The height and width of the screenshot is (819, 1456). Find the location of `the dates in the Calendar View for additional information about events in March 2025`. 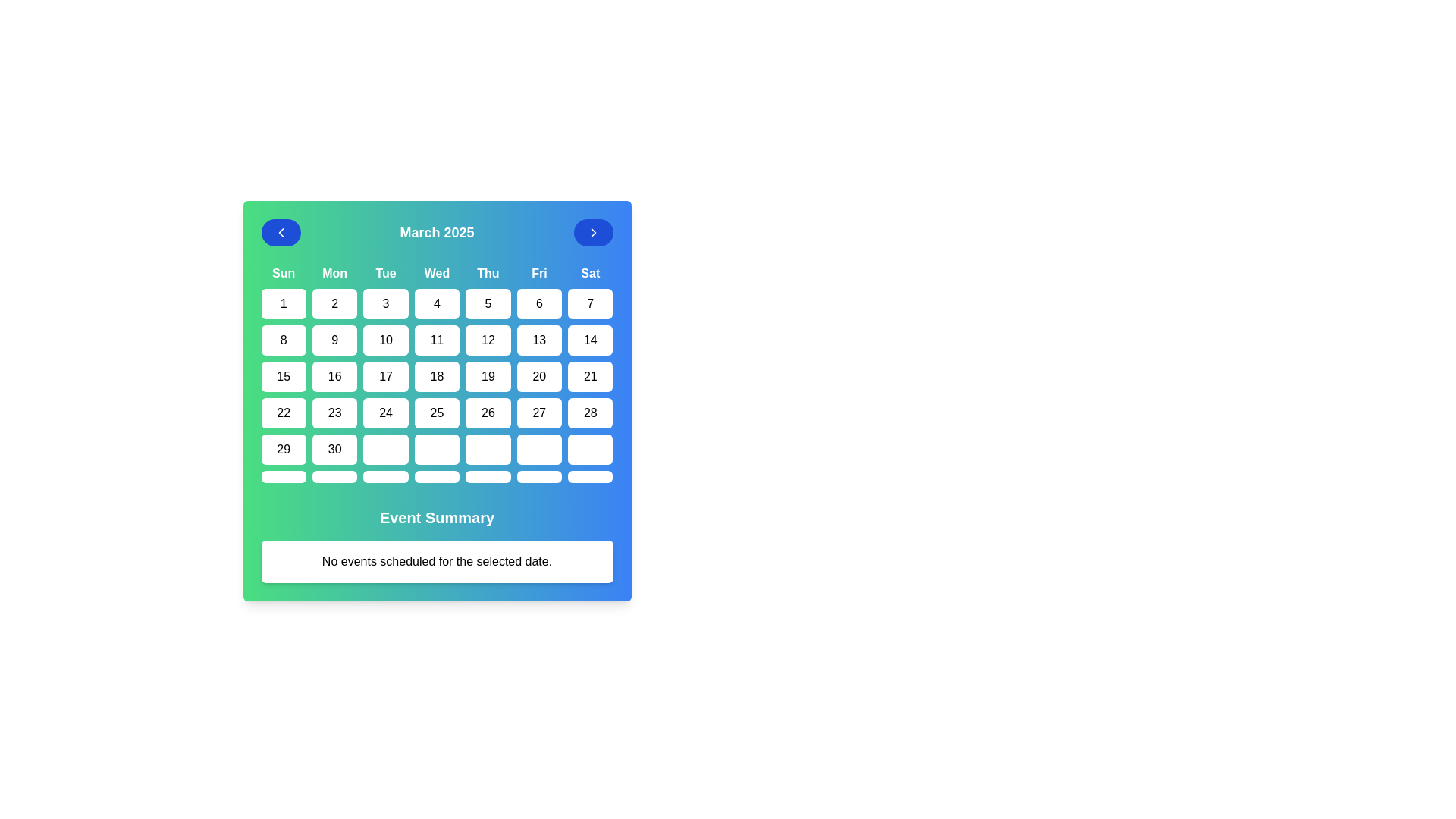

the dates in the Calendar View for additional information about events in March 2025 is located at coordinates (436, 400).